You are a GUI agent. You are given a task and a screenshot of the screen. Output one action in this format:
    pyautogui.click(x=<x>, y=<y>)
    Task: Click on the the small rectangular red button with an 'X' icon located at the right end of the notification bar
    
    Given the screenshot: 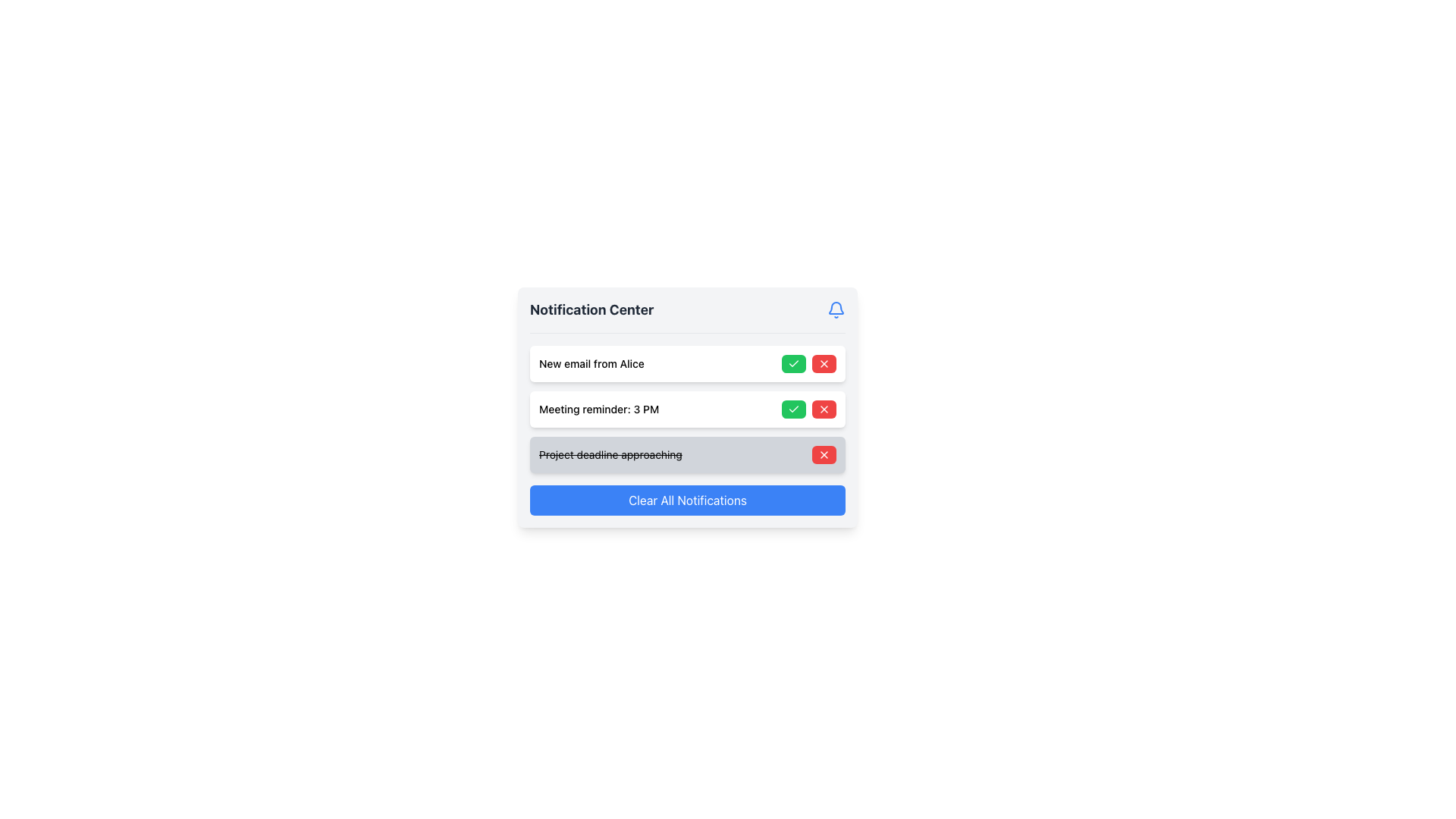 What is the action you would take?
    pyautogui.click(x=823, y=363)
    